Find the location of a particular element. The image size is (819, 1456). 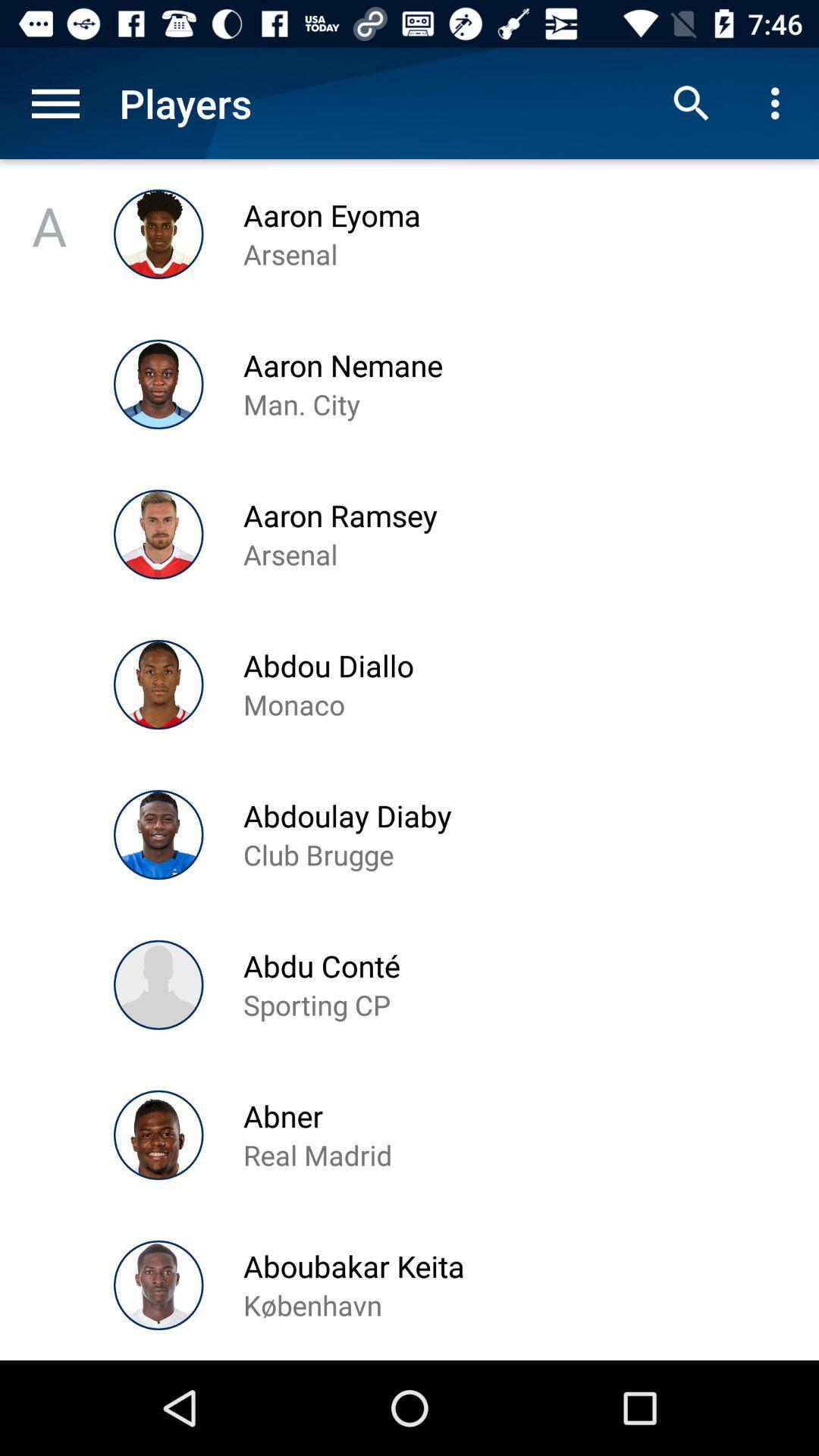

the image which is aaron eyoma is located at coordinates (158, 233).